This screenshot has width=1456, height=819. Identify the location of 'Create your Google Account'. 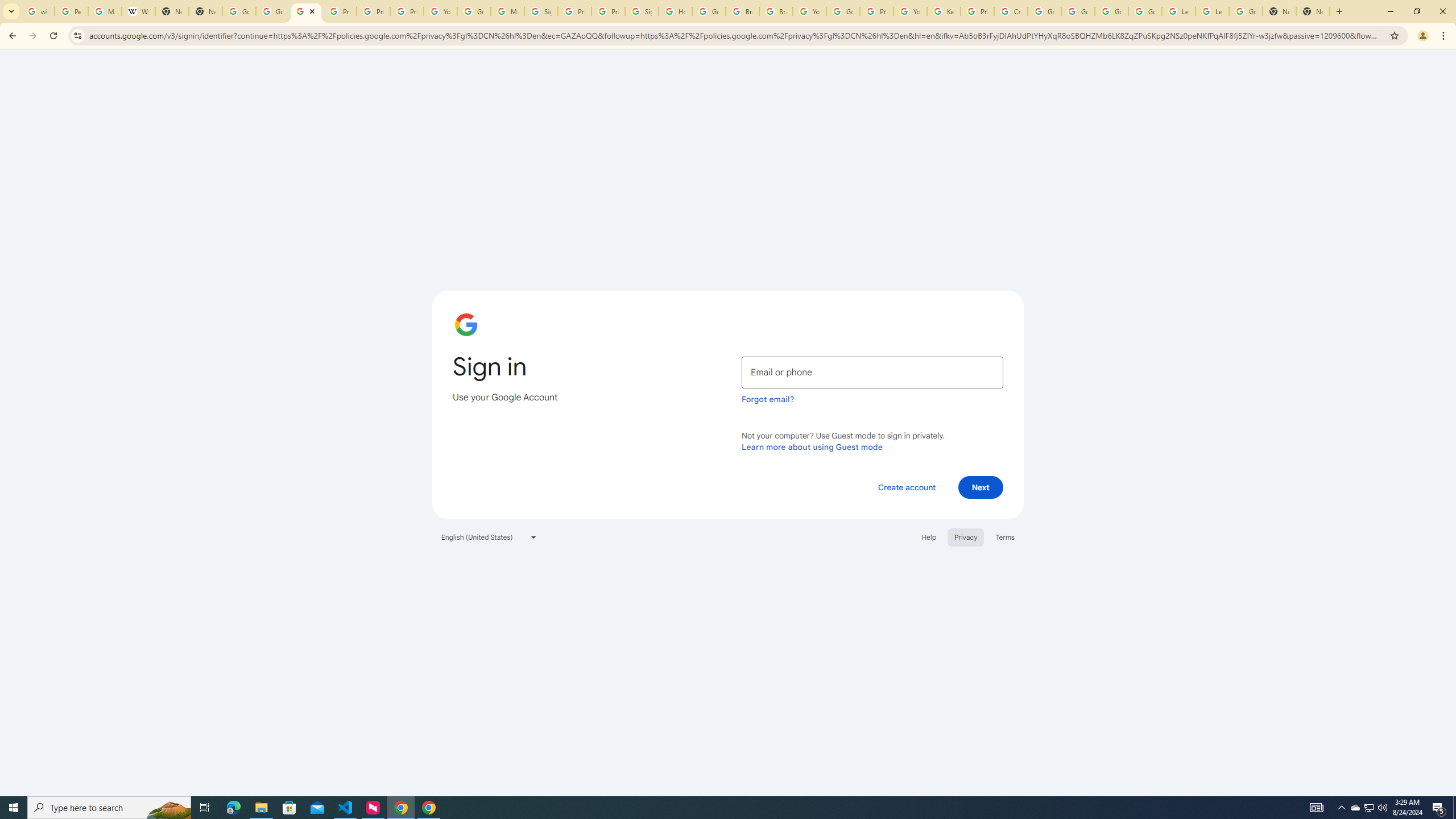
(1010, 11).